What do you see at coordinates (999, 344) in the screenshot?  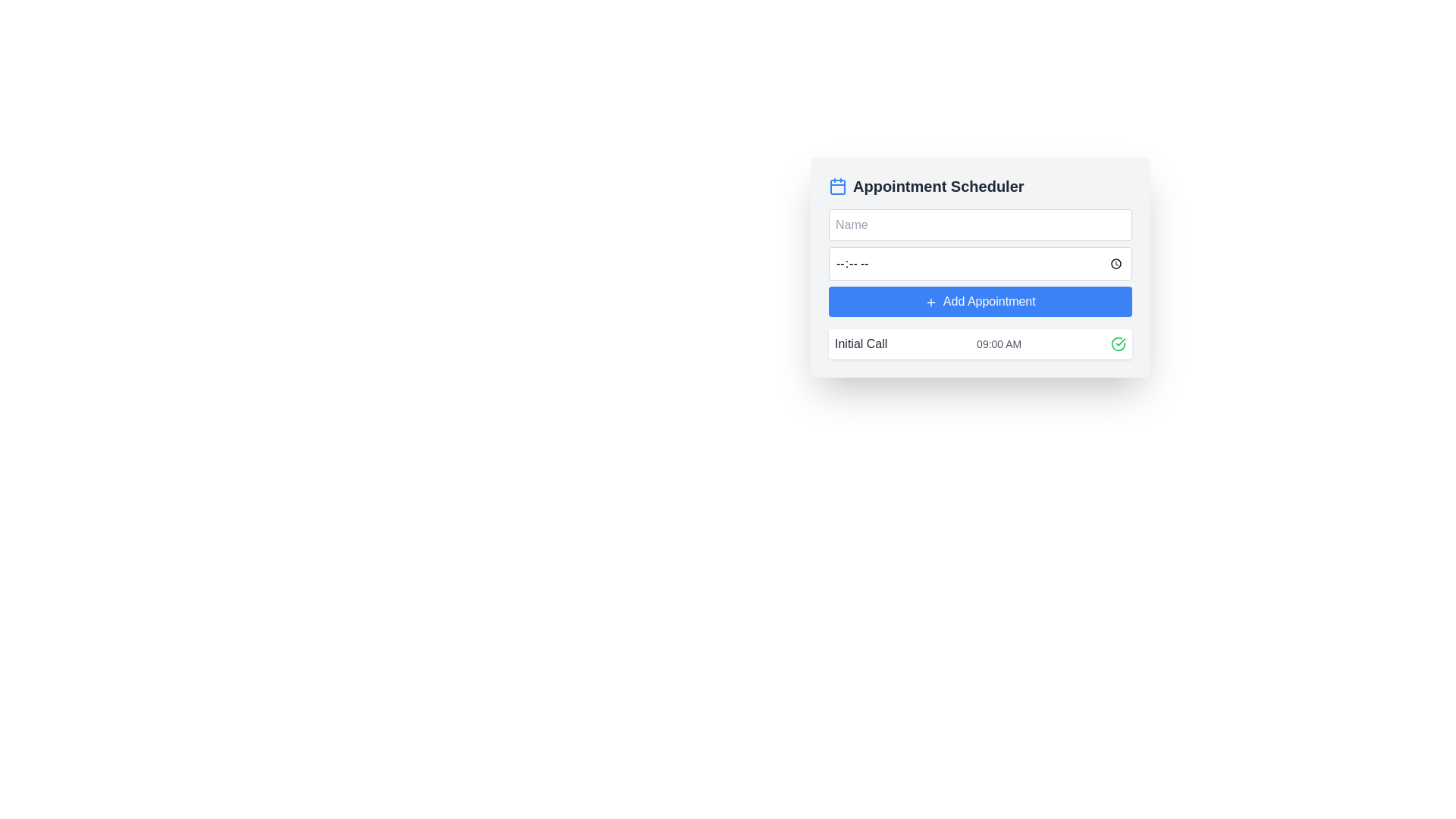 I see `the text label displaying '09:00 AM', which is located in the lower-right part of the section containing 'Initial Call' and the green checkmark circle icon` at bounding box center [999, 344].